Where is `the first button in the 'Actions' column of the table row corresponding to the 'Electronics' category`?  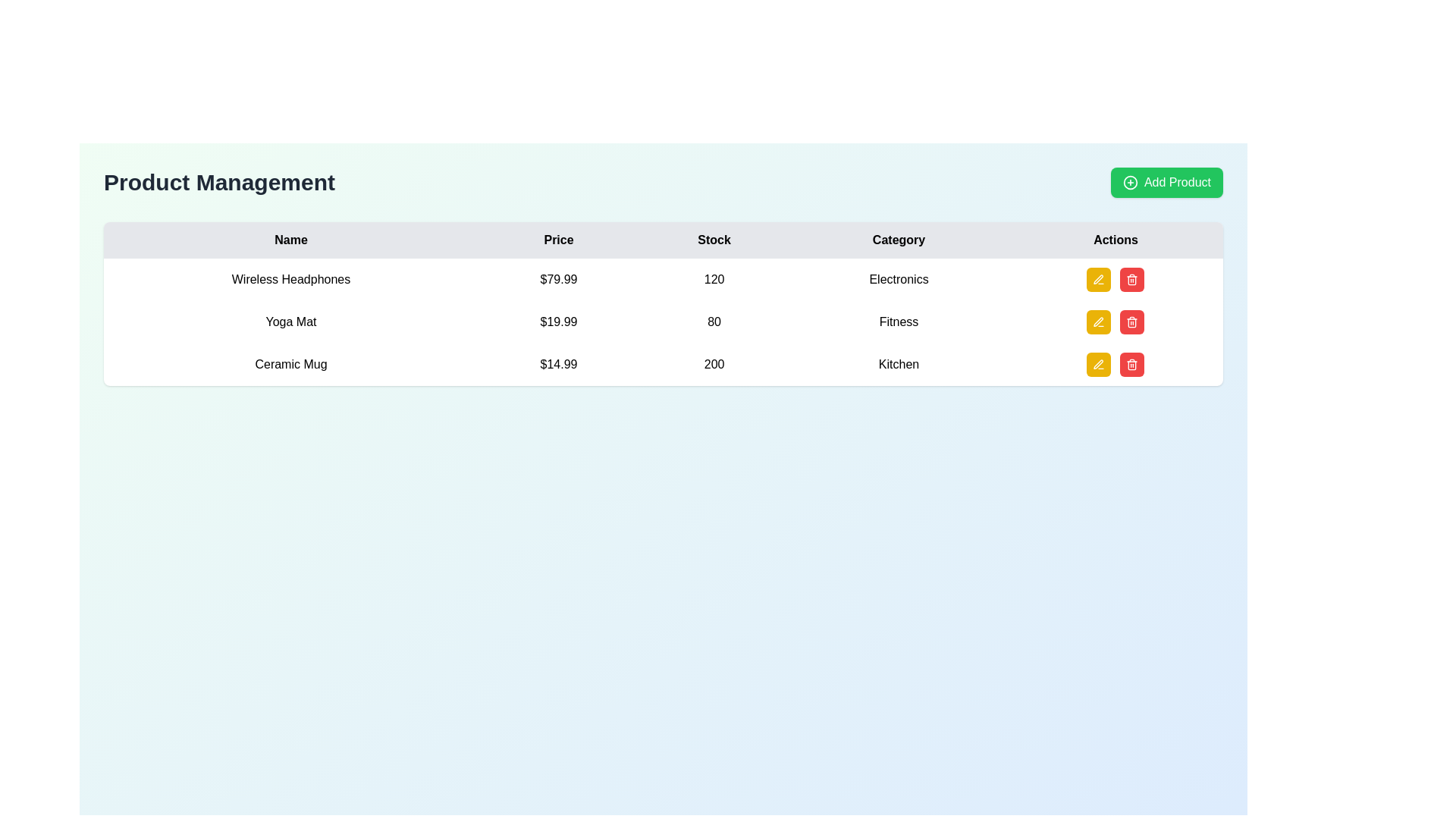
the first button in the 'Actions' column of the table row corresponding to the 'Electronics' category is located at coordinates (1099, 280).